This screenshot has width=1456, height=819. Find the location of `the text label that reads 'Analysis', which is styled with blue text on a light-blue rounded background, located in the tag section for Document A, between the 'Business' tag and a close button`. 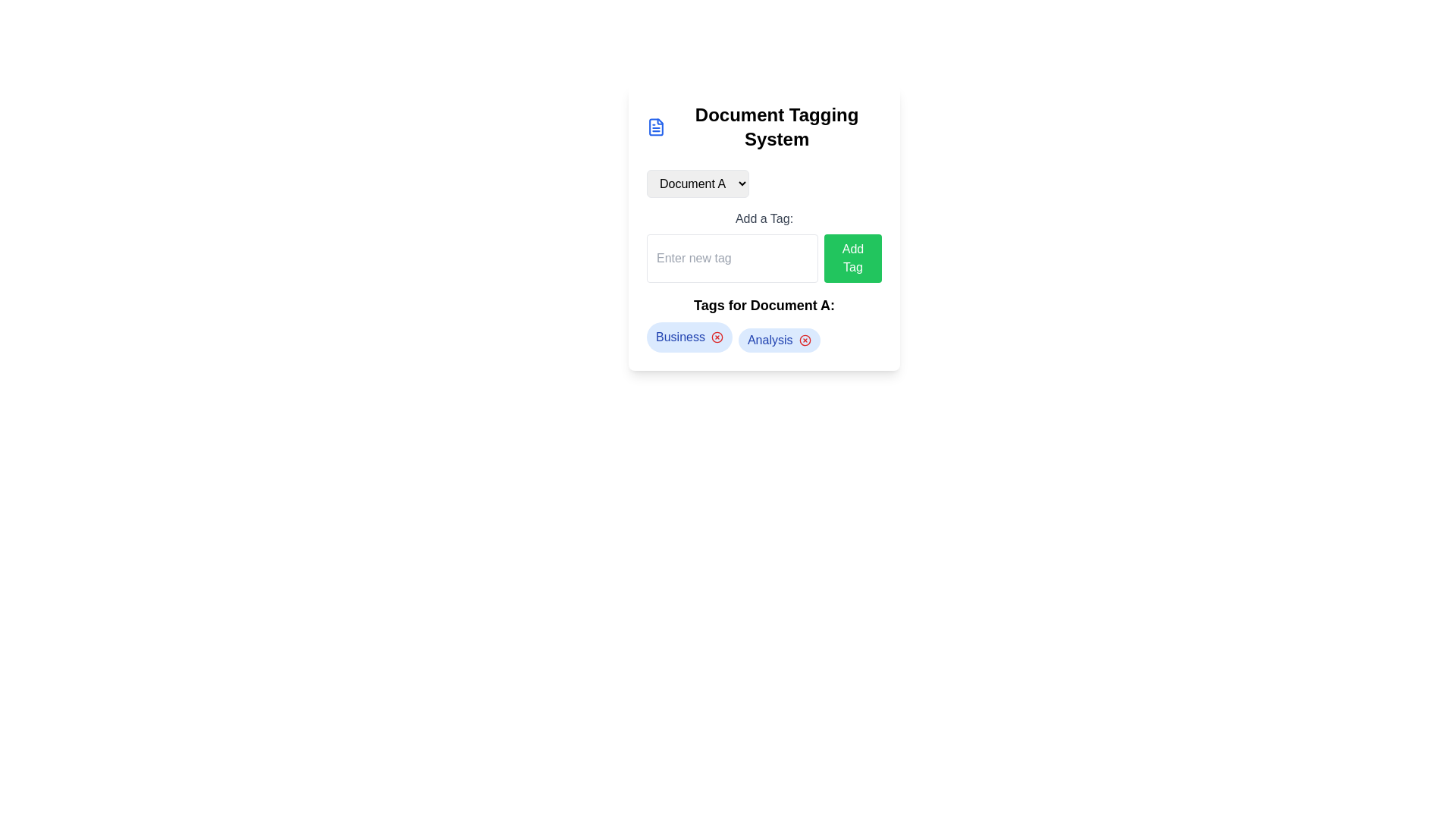

the text label that reads 'Analysis', which is styled with blue text on a light-blue rounded background, located in the tag section for Document A, between the 'Business' tag and a close button is located at coordinates (770, 339).